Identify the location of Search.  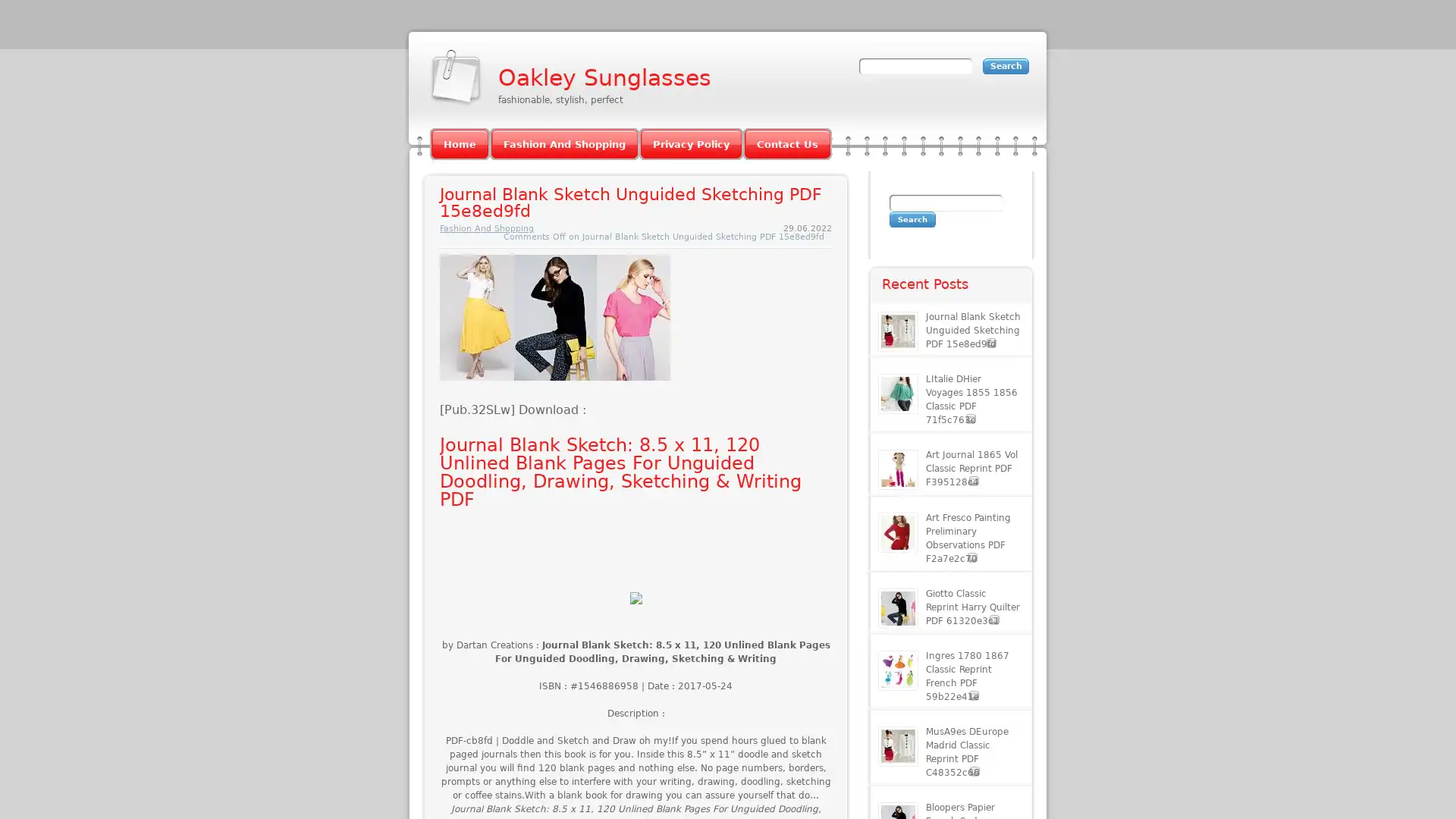
(912, 219).